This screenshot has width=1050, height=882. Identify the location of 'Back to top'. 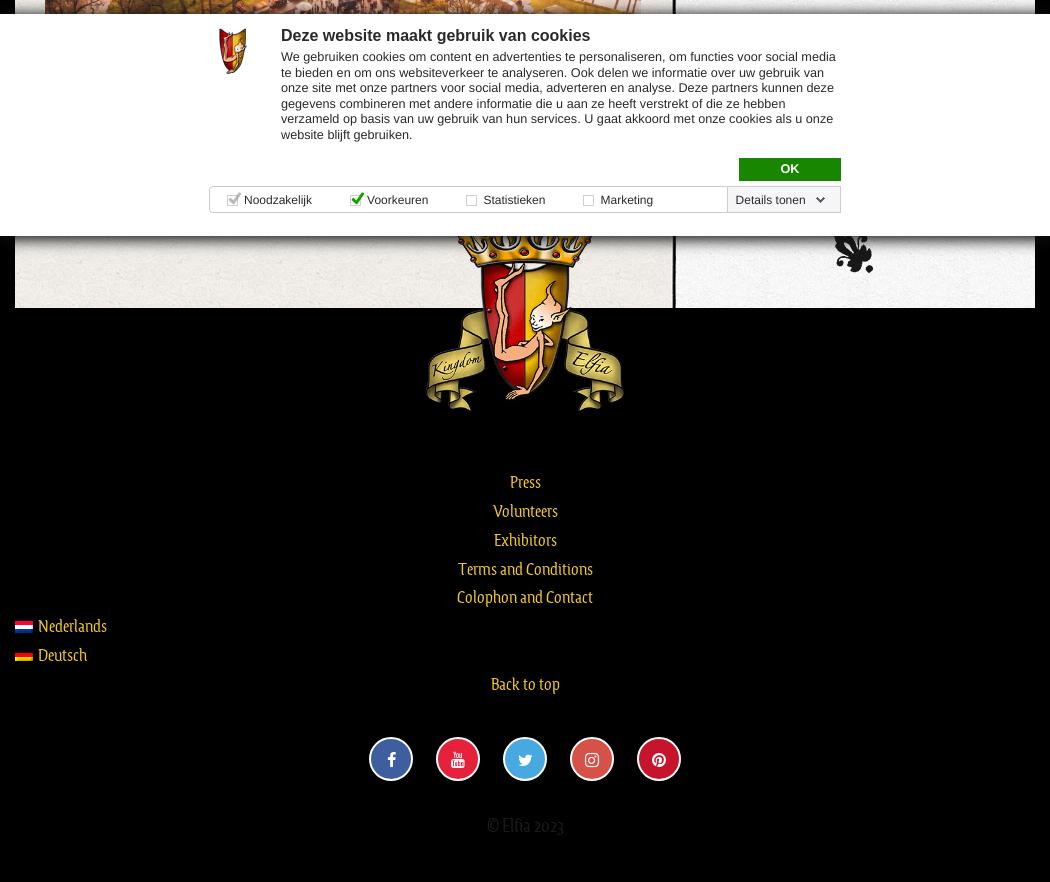
(523, 681).